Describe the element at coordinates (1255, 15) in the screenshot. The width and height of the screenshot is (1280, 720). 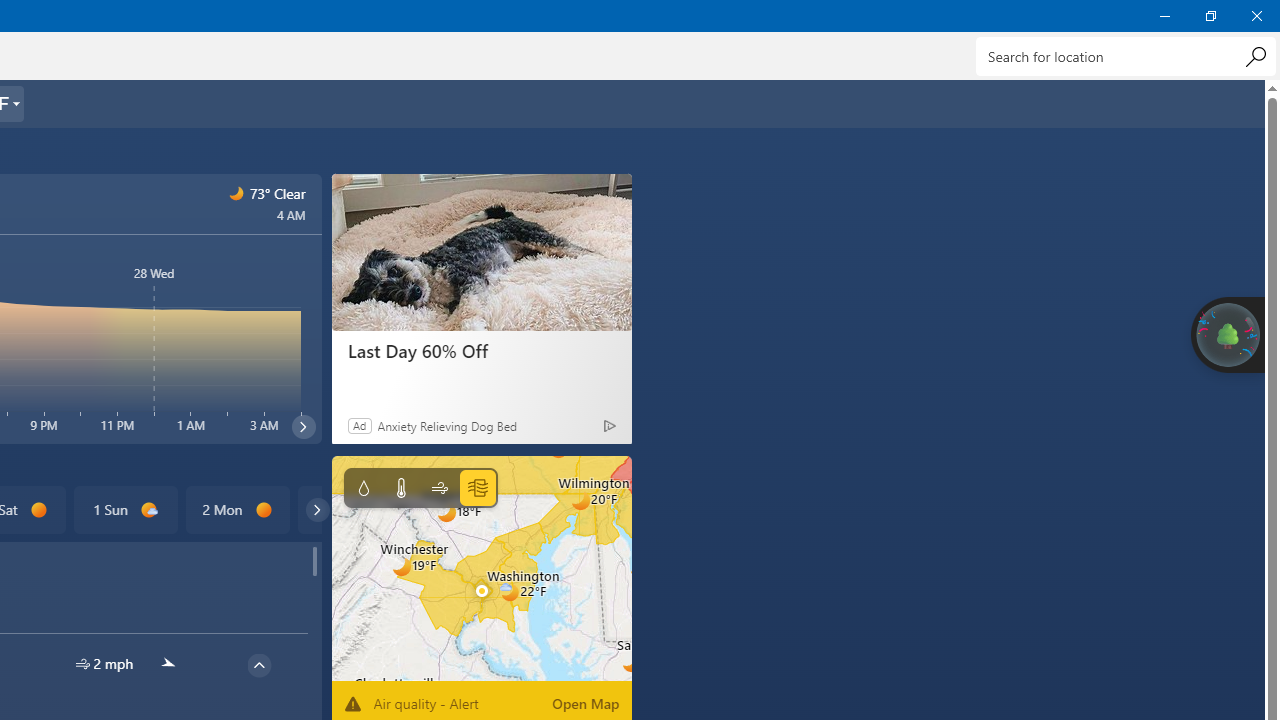
I see `'Close Weather'` at that location.